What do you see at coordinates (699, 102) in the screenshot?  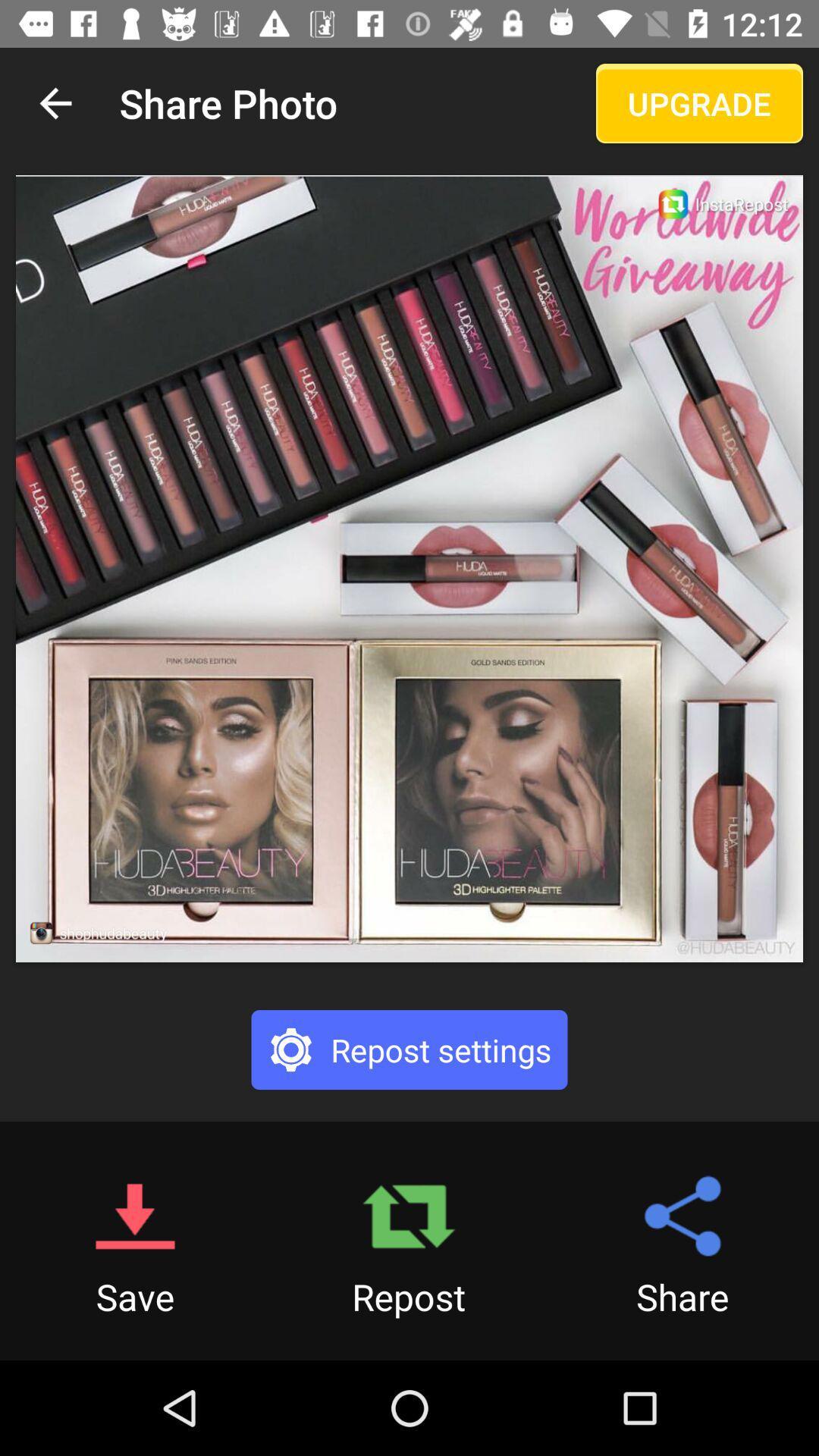 I see `the upgrade at the top right corner` at bounding box center [699, 102].